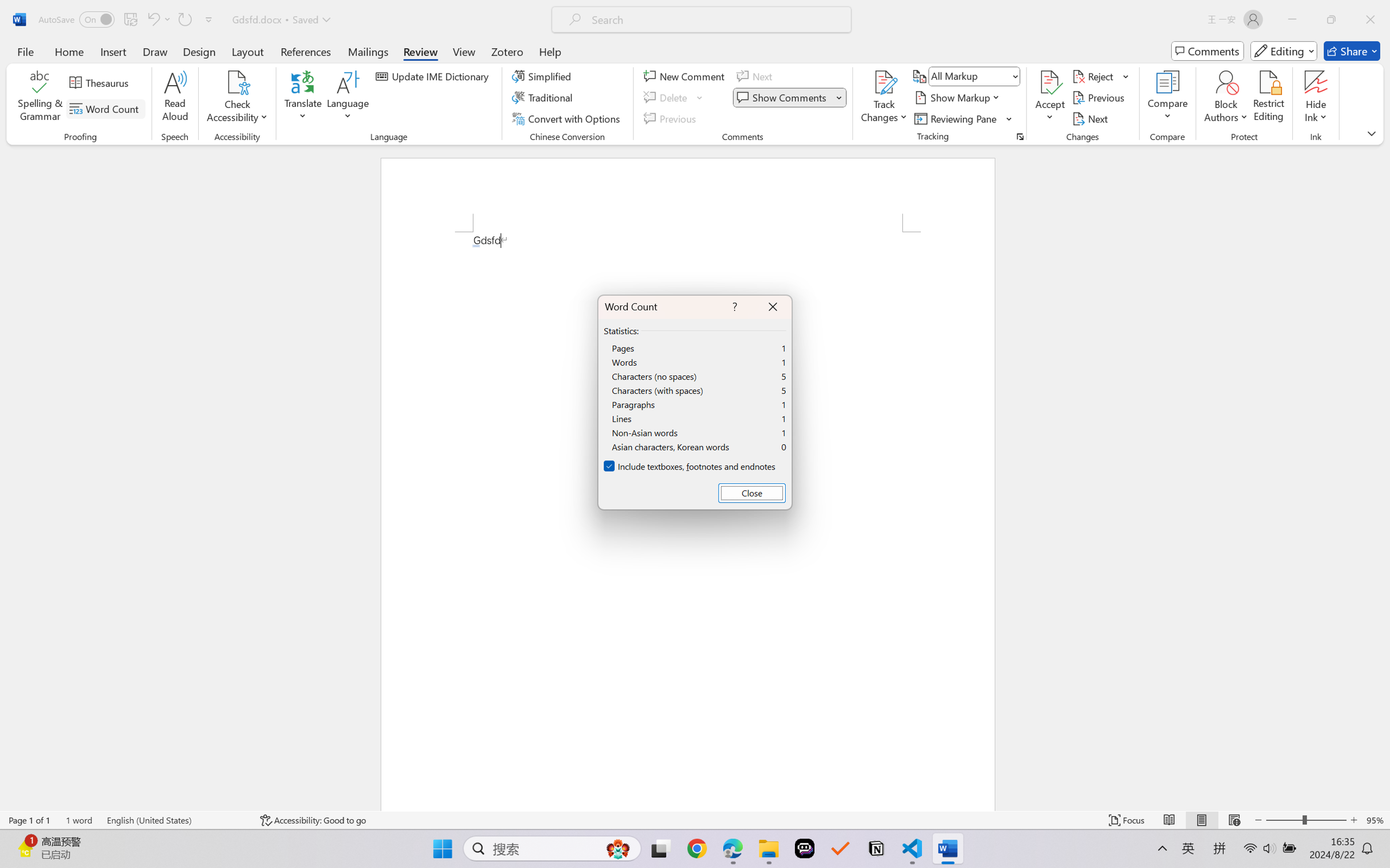 This screenshot has width=1390, height=868. Describe the element at coordinates (974, 75) in the screenshot. I see `'Display for Review'` at that location.